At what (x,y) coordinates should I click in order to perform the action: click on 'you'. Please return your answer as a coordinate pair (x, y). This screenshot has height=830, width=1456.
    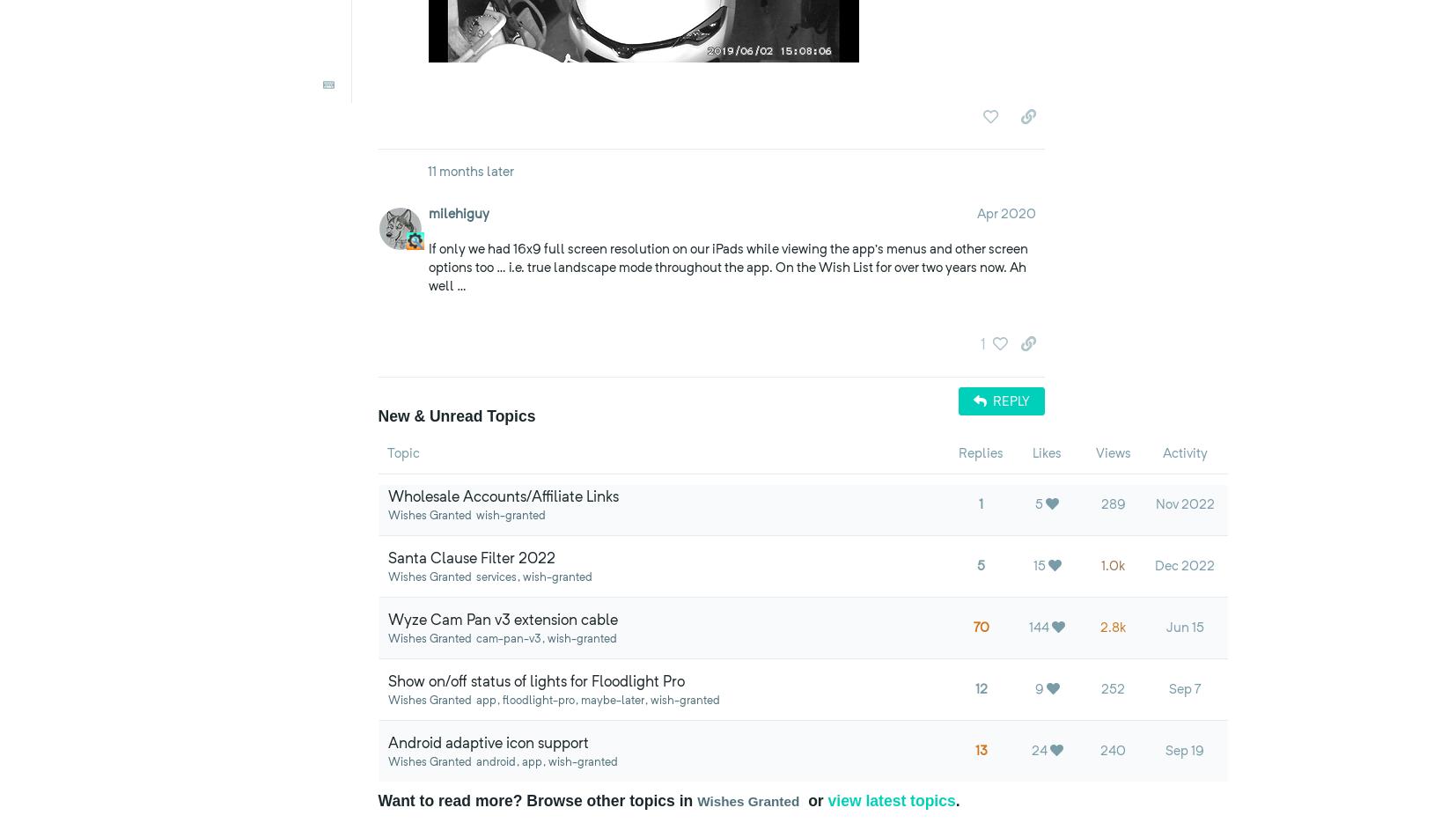
    Looking at the image, I should click on (945, 64).